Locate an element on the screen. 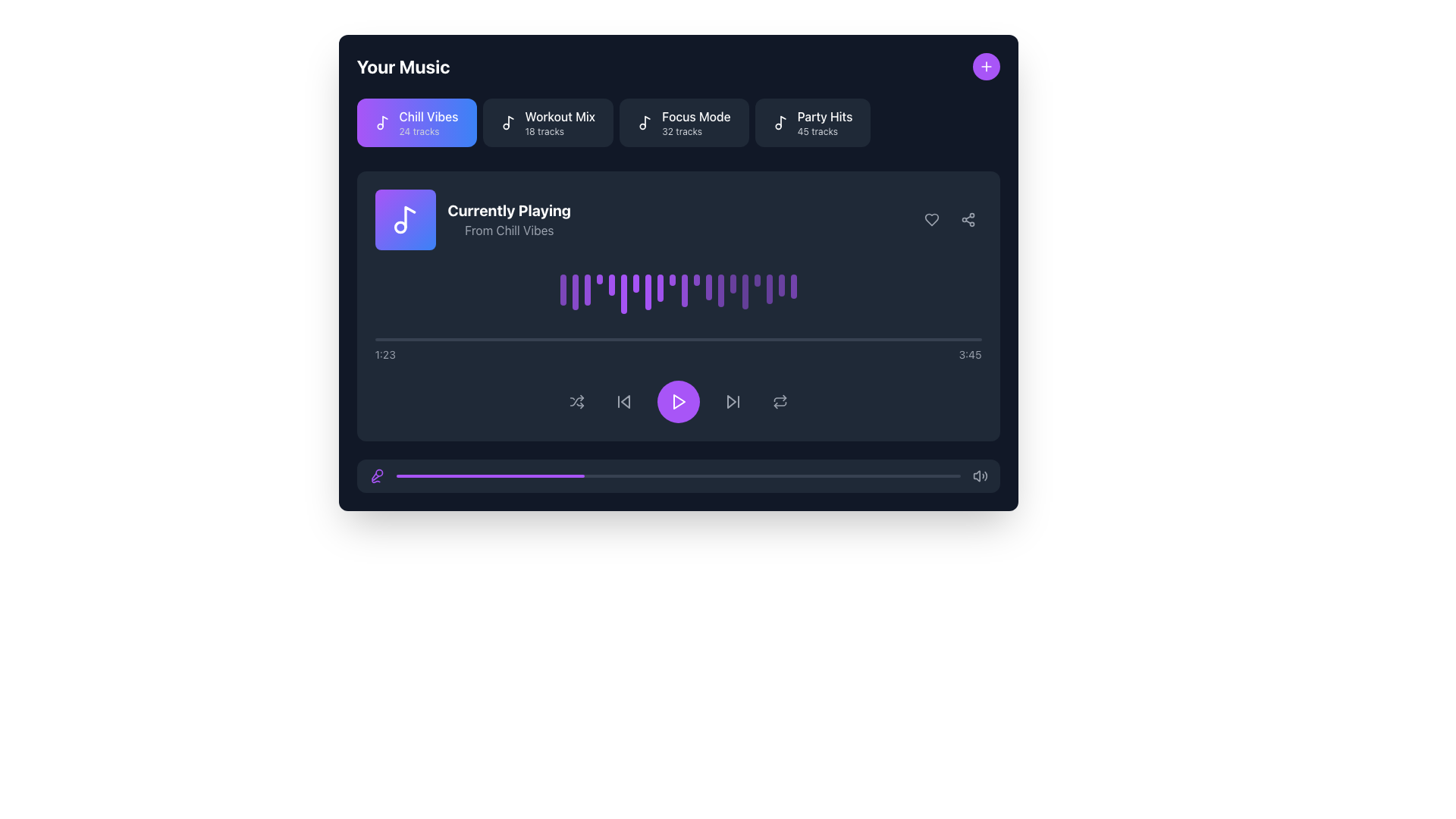 This screenshot has width=1456, height=819. the shuffle button located in the lower section of the audio control toolbar, positioned to the far left is located at coordinates (576, 401).